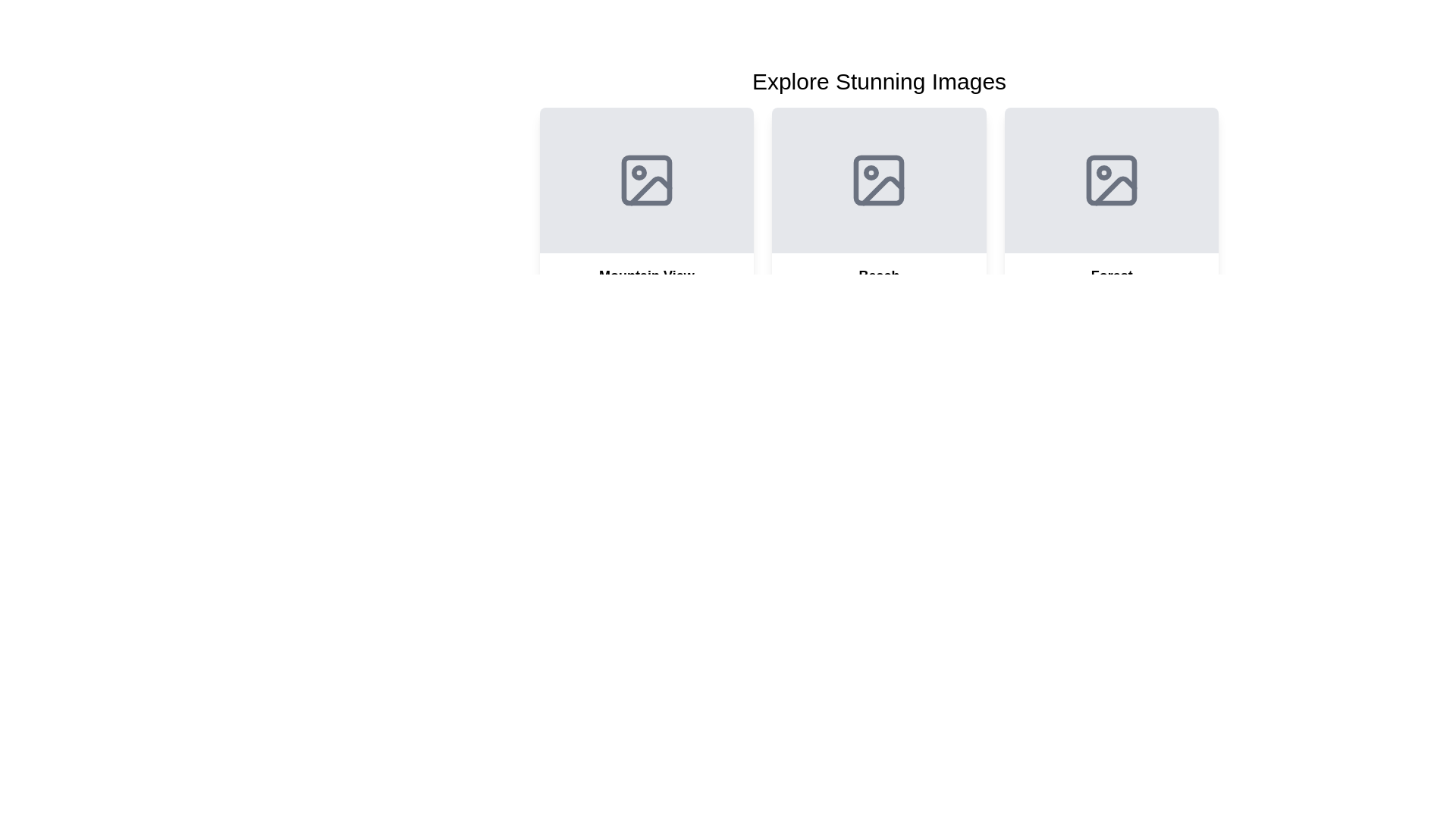 This screenshot has height=819, width=1456. I want to click on the square background shape with rounded corners centered within the 'Forest' icon in the third column of image cards, so click(1112, 180).